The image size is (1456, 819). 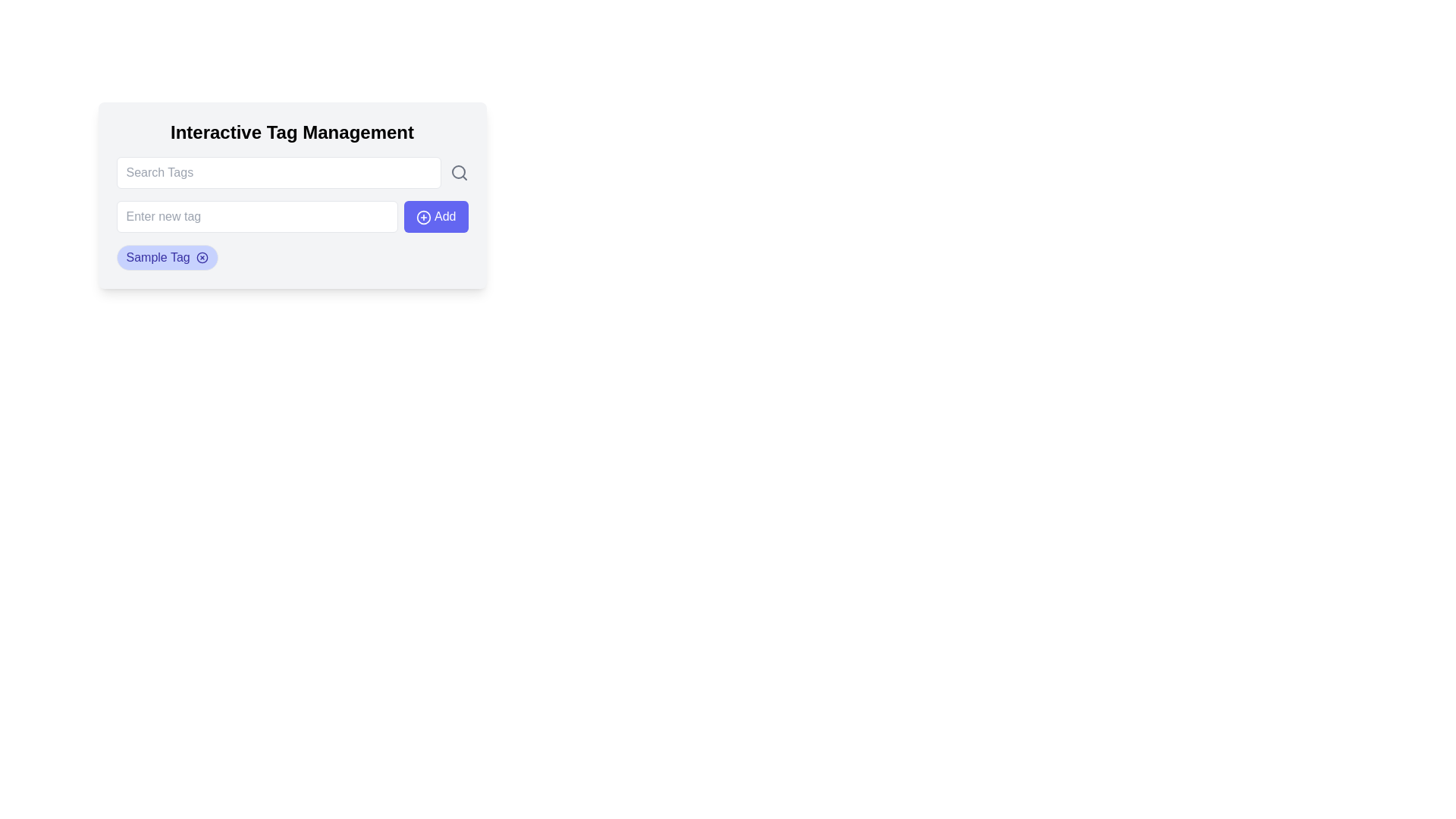 What do you see at coordinates (458, 171) in the screenshot?
I see `the magnifying glass icon` at bounding box center [458, 171].